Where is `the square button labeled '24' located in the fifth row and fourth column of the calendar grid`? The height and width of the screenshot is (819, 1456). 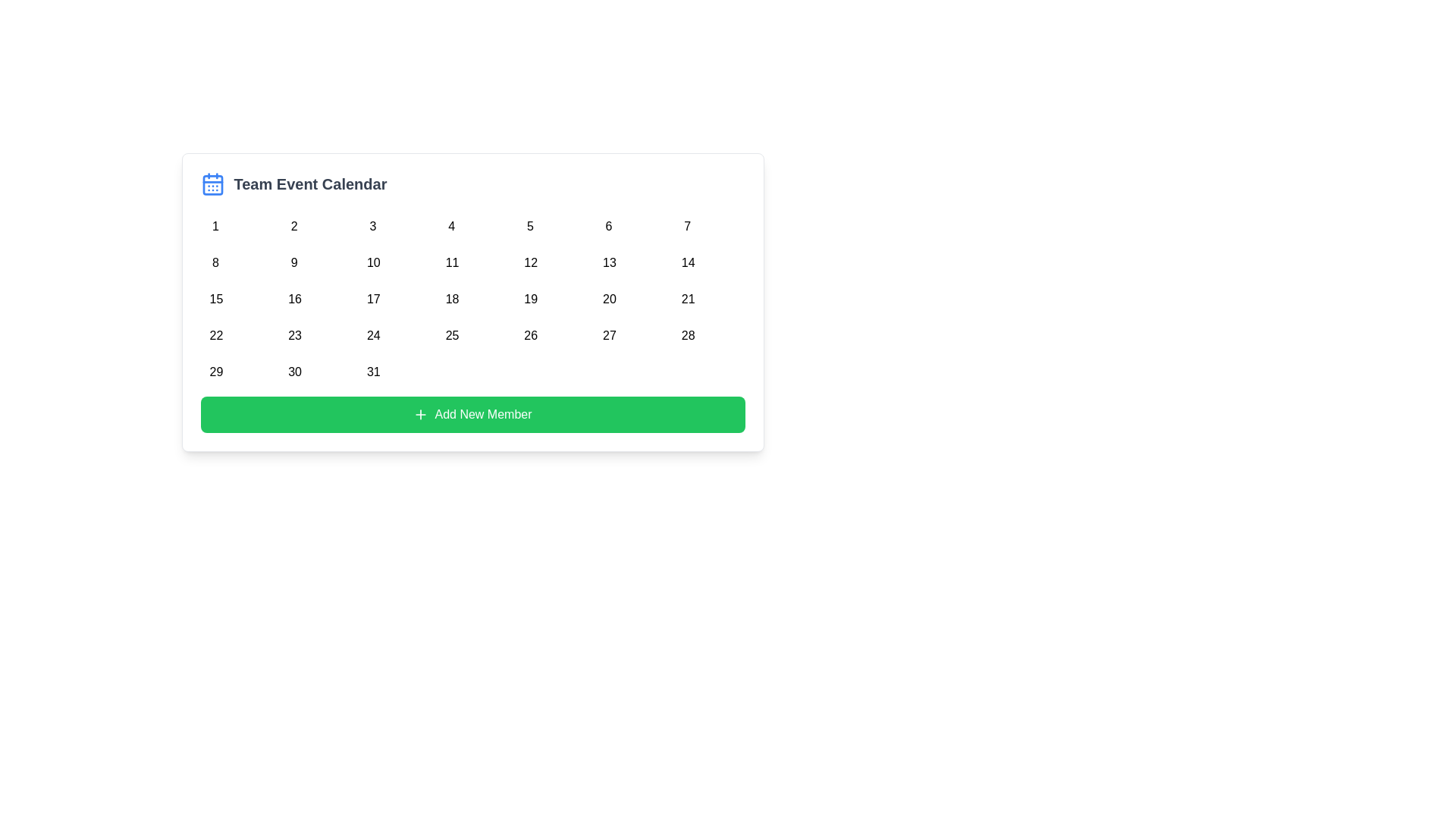 the square button labeled '24' located in the fifth row and fourth column of the calendar grid is located at coordinates (372, 332).